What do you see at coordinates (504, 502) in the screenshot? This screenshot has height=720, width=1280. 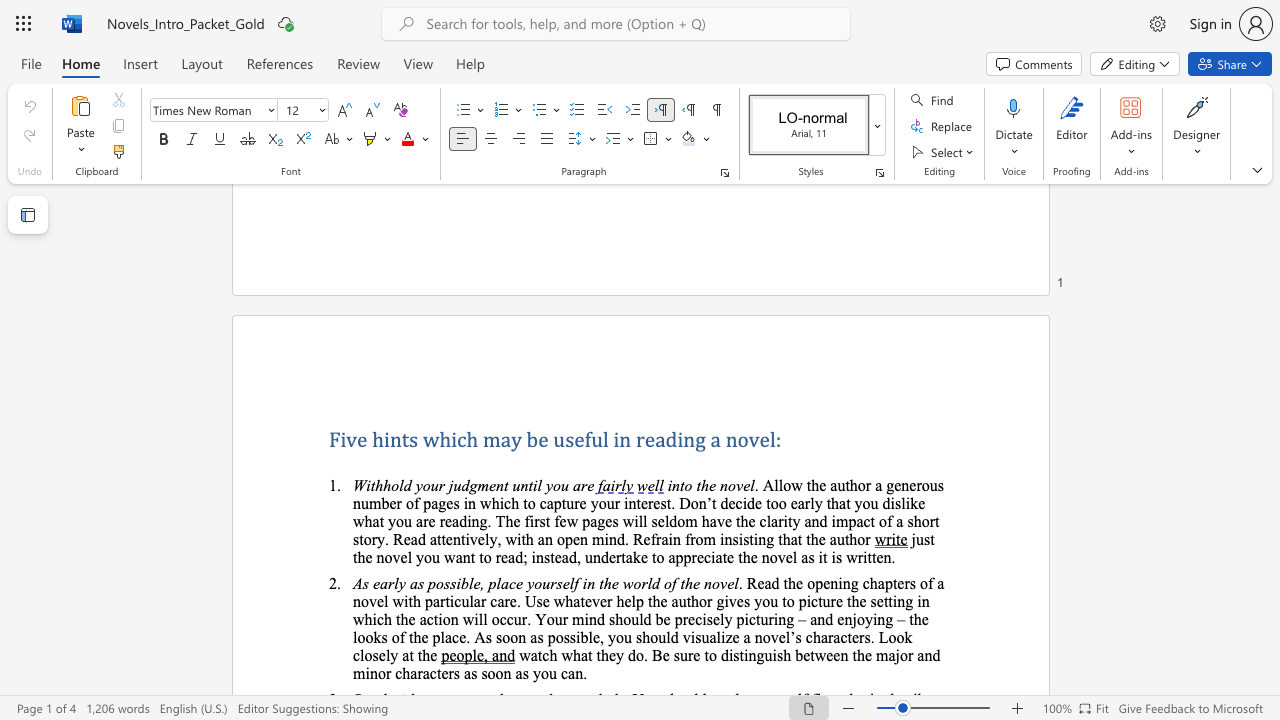 I see `the subset text "ch to capture yo" within the text ". Allow the author a generous number of pages in which to capture your interest."` at bounding box center [504, 502].